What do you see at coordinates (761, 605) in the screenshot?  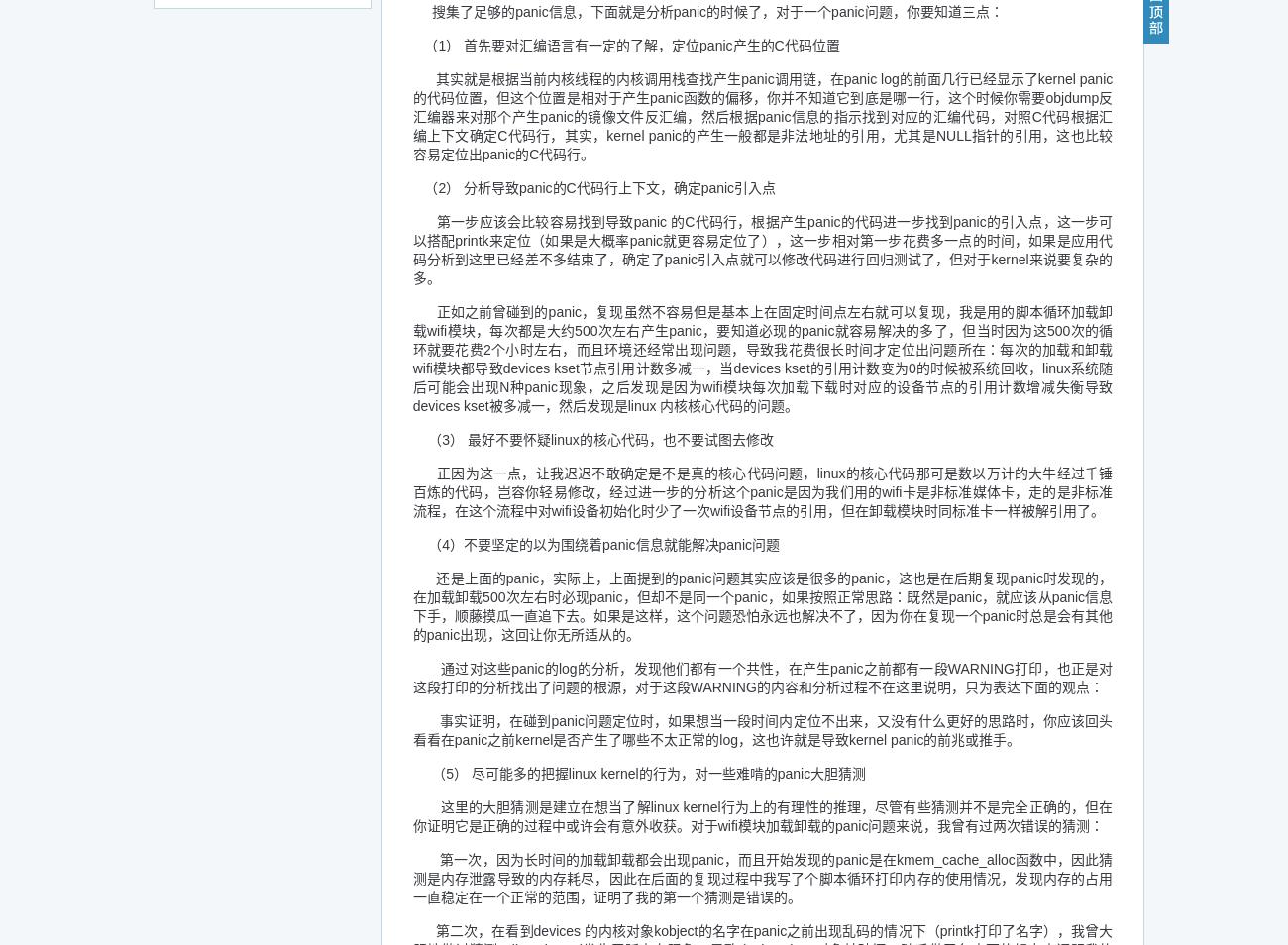 I see `'还是上面的panic，实际上，上面提到的panic问题其实应该是很多的panic，这也是在后期复现panic时发现的，在加载卸载500次左右时必现panic，但却不是同一个panic，如果按照正常思路：既然是panic，就应该从panic信息下手，顺藤摸瓜一直追下去。如果是这样，这个问题恐怕永远也解决不了，因为你在复现一个panic时总是会有其他的panic出现，这回让你无所适从的。'` at bounding box center [761, 605].